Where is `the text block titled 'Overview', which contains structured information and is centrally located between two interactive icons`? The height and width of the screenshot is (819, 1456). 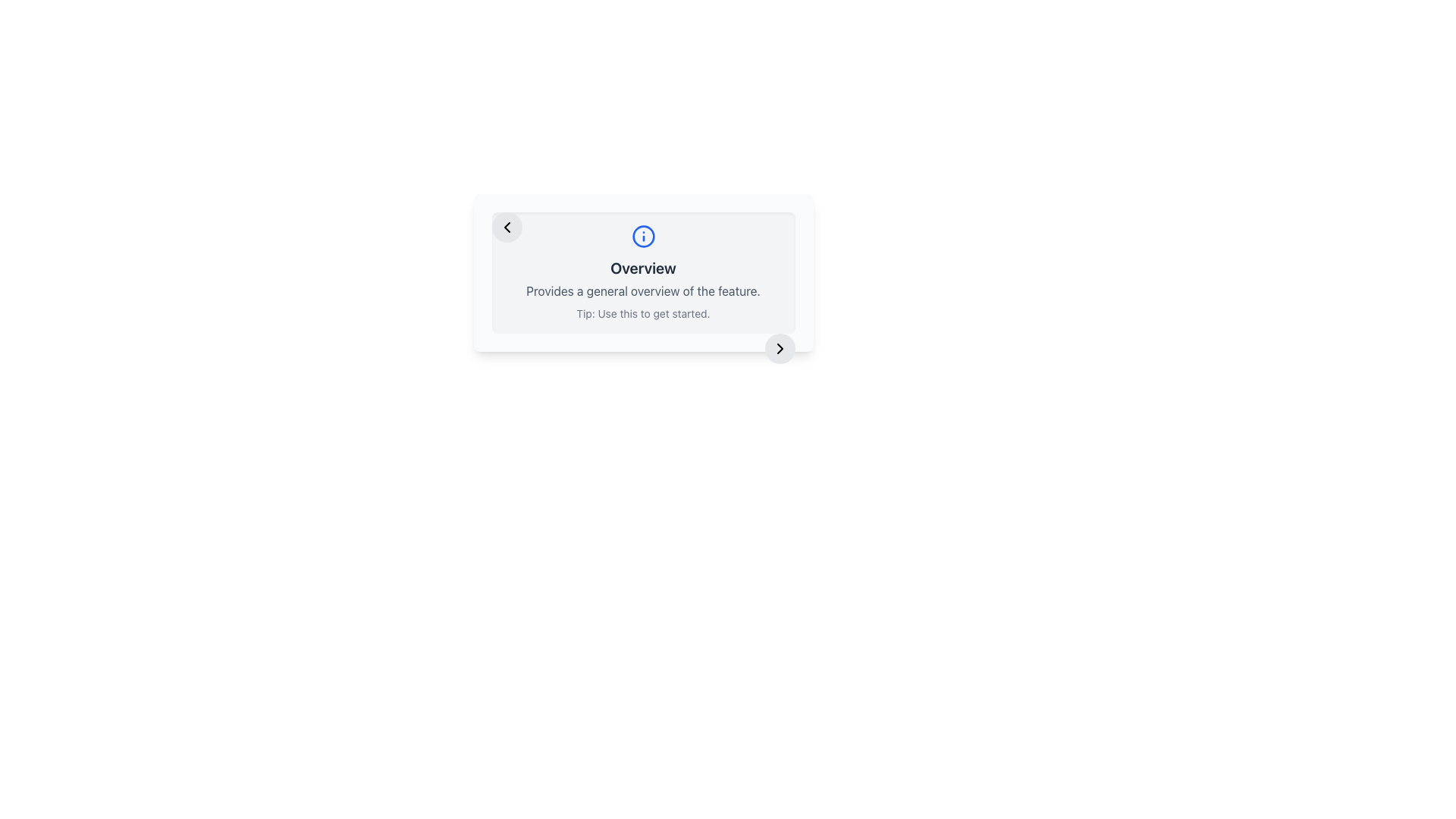 the text block titled 'Overview', which contains structured information and is centrally located between two interactive icons is located at coordinates (643, 271).